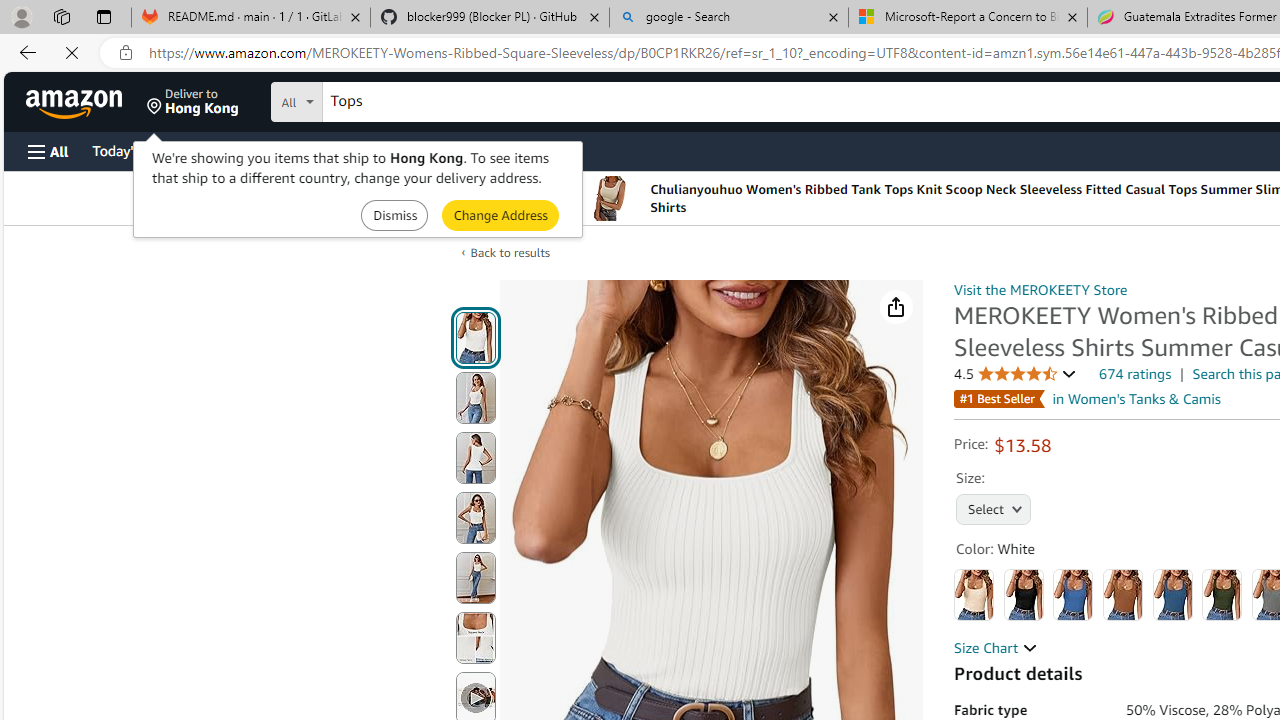 The width and height of the screenshot is (1280, 720). I want to click on 'Amazon', so click(76, 101).